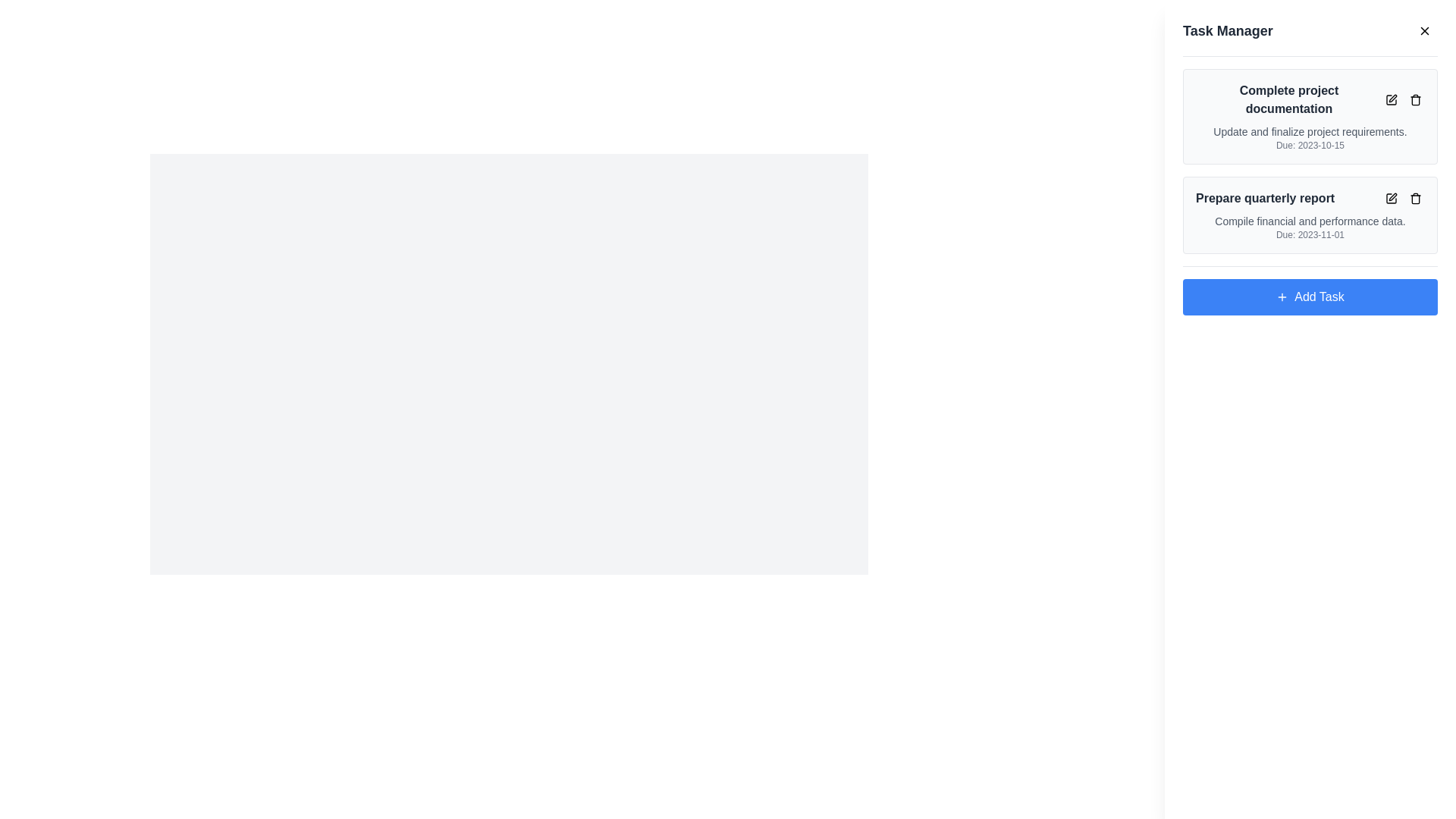 This screenshot has height=819, width=1456. I want to click on the edit icon button, which is represented by a square with a pen overlay, located near the top right corner of the second task's card in the Task Manager panel, so click(1391, 198).